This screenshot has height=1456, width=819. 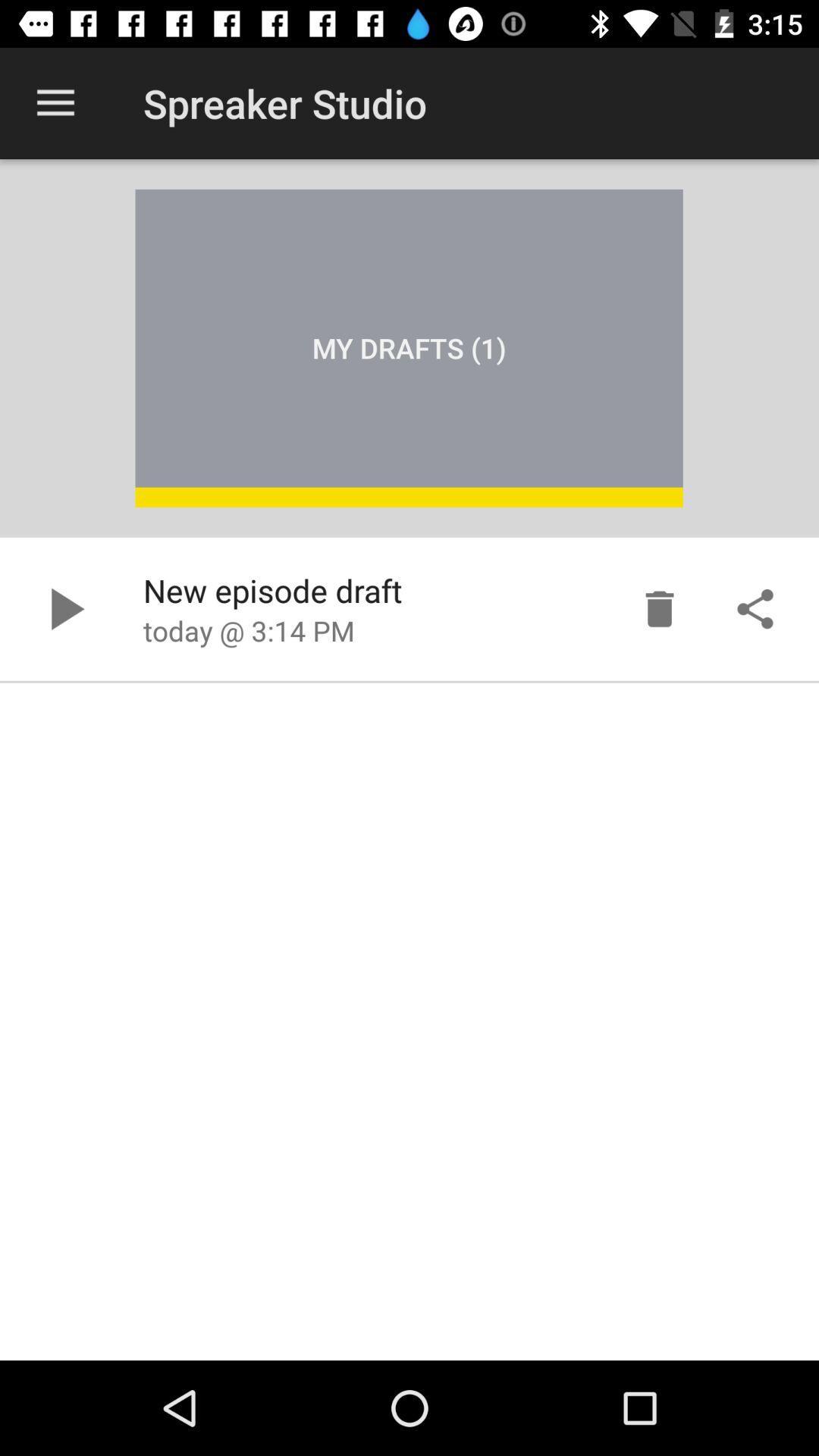 What do you see at coordinates (755, 609) in the screenshot?
I see `audio options` at bounding box center [755, 609].